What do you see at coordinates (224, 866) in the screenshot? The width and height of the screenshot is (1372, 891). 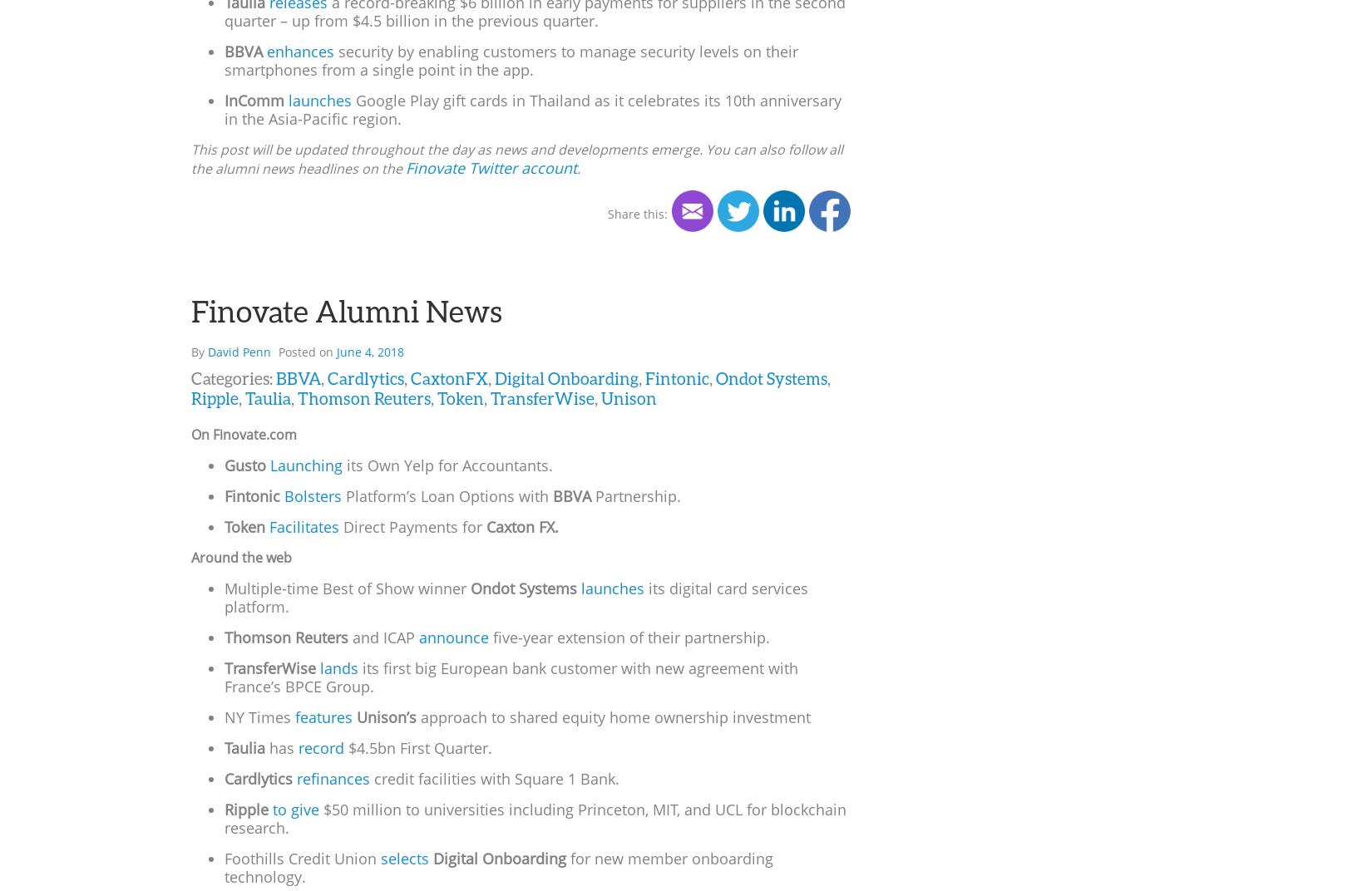 I see `'for new member onboarding technology.'` at bounding box center [224, 866].